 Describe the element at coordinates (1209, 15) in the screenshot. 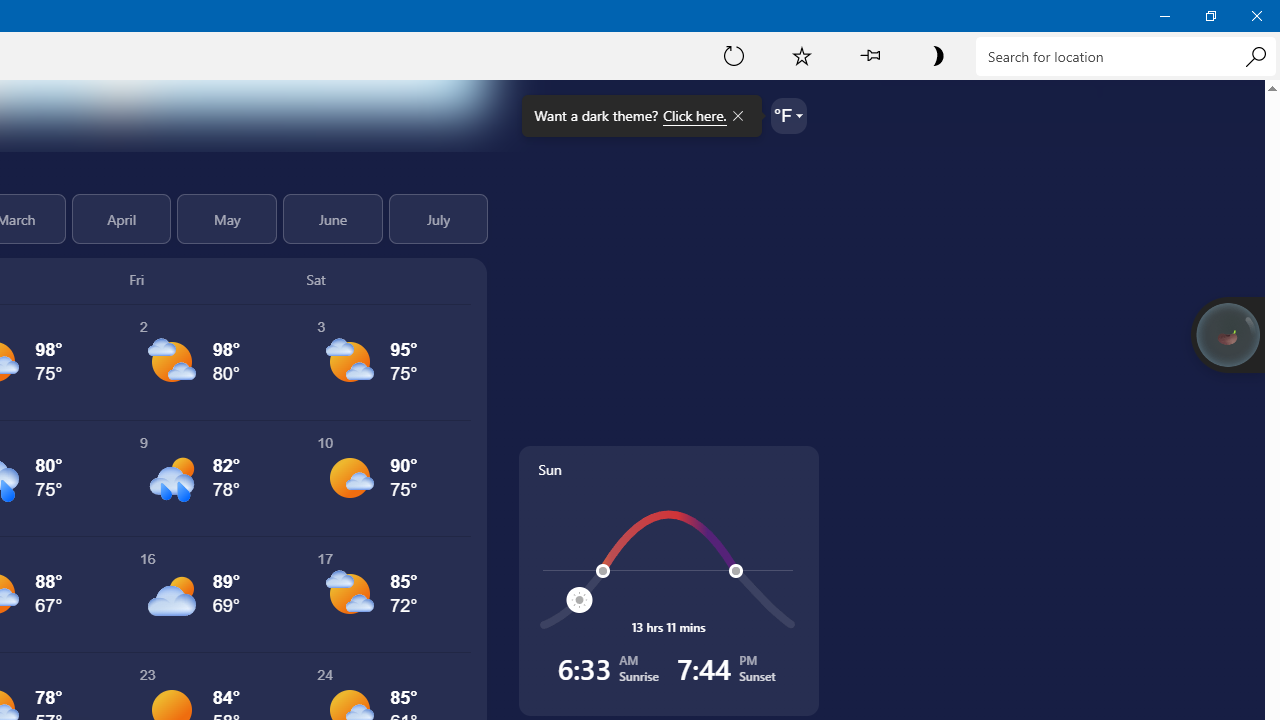

I see `'Restore Weather'` at that location.